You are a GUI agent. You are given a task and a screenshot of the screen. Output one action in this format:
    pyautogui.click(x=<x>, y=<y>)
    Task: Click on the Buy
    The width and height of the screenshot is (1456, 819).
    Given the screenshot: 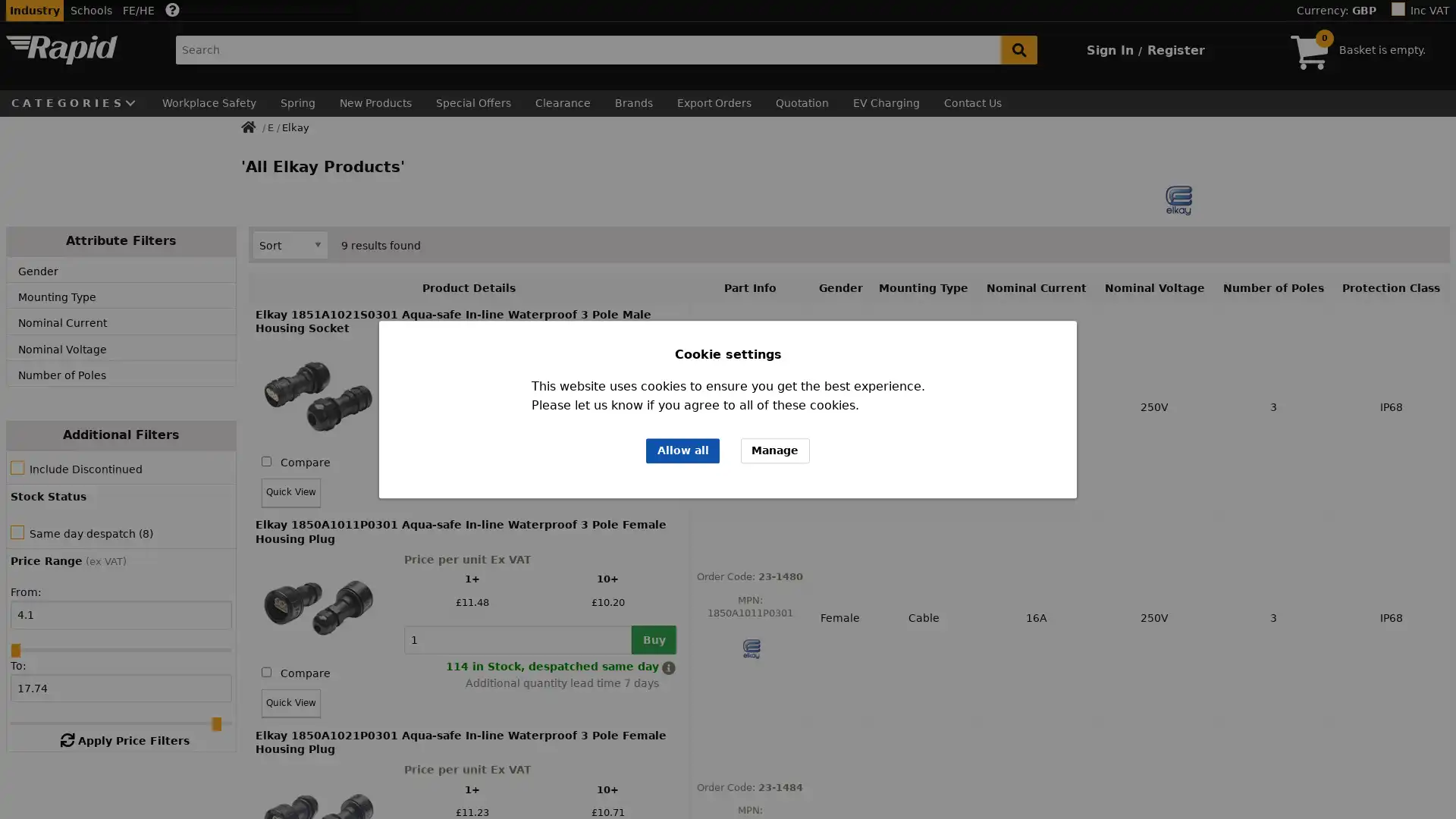 What is the action you would take?
    pyautogui.click(x=654, y=640)
    